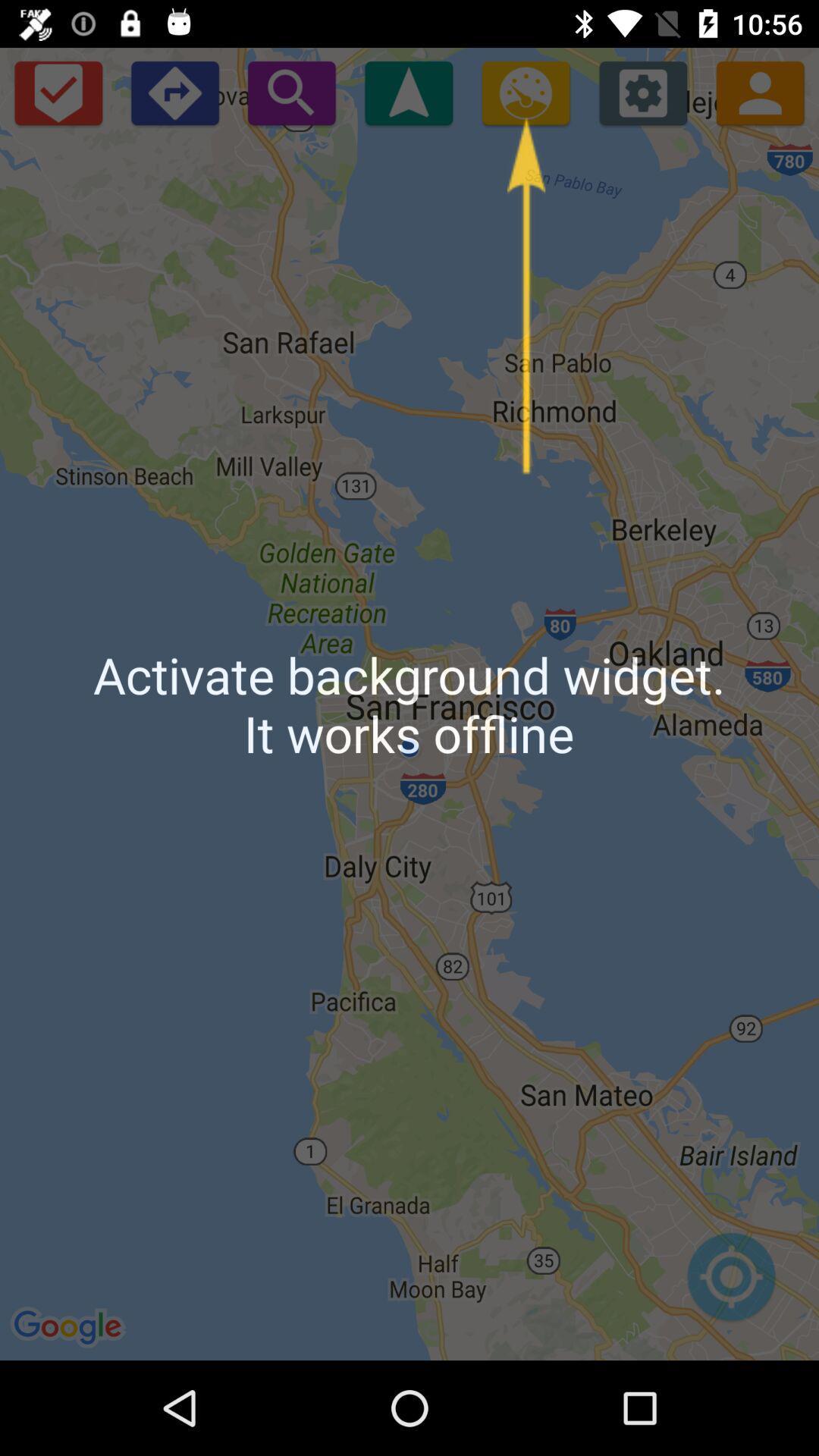 This screenshot has height=1456, width=819. Describe the element at coordinates (730, 1284) in the screenshot. I see `the location_crosshair icon` at that location.